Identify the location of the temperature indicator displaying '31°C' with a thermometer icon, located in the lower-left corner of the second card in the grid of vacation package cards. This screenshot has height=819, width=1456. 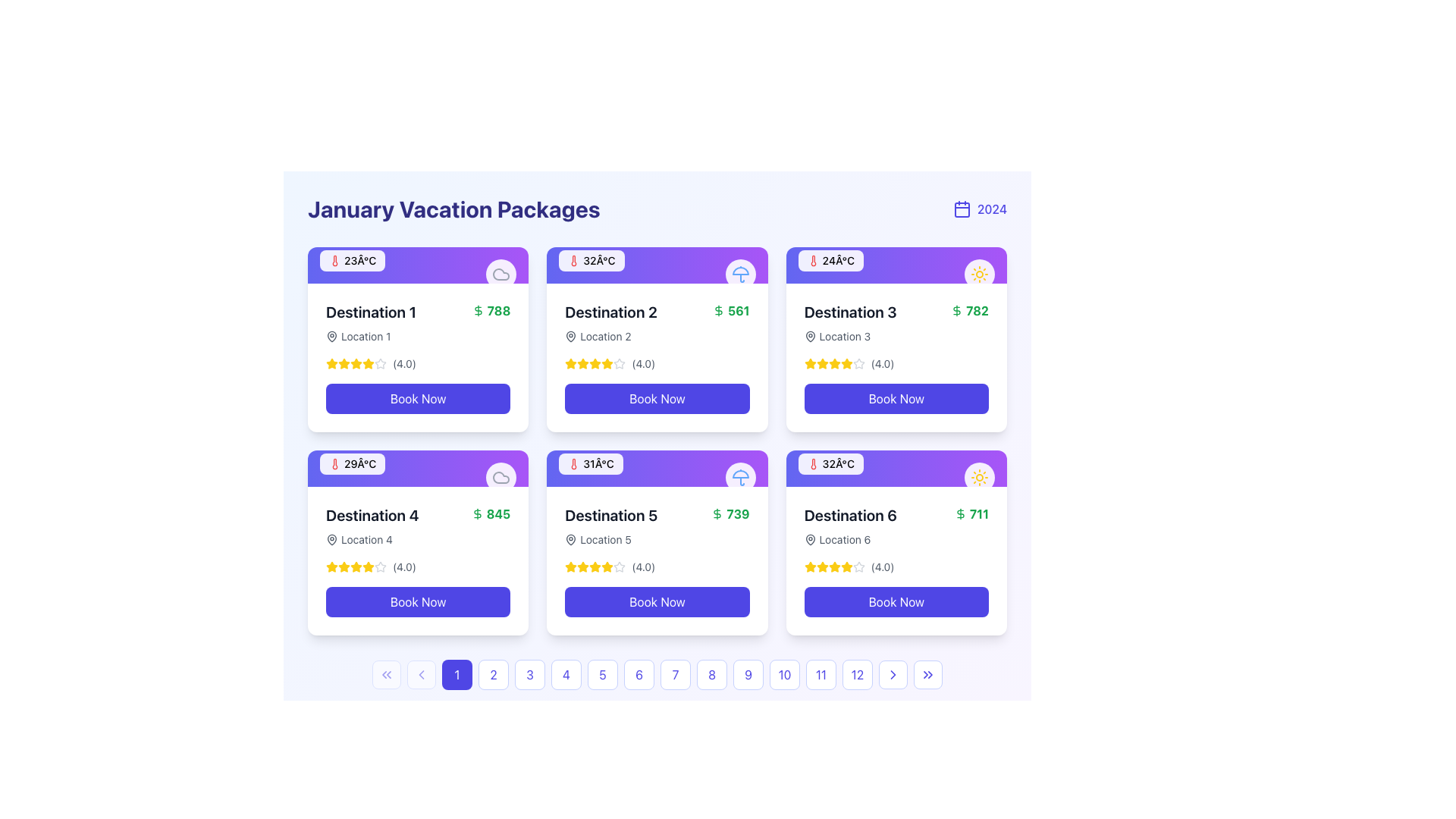
(590, 463).